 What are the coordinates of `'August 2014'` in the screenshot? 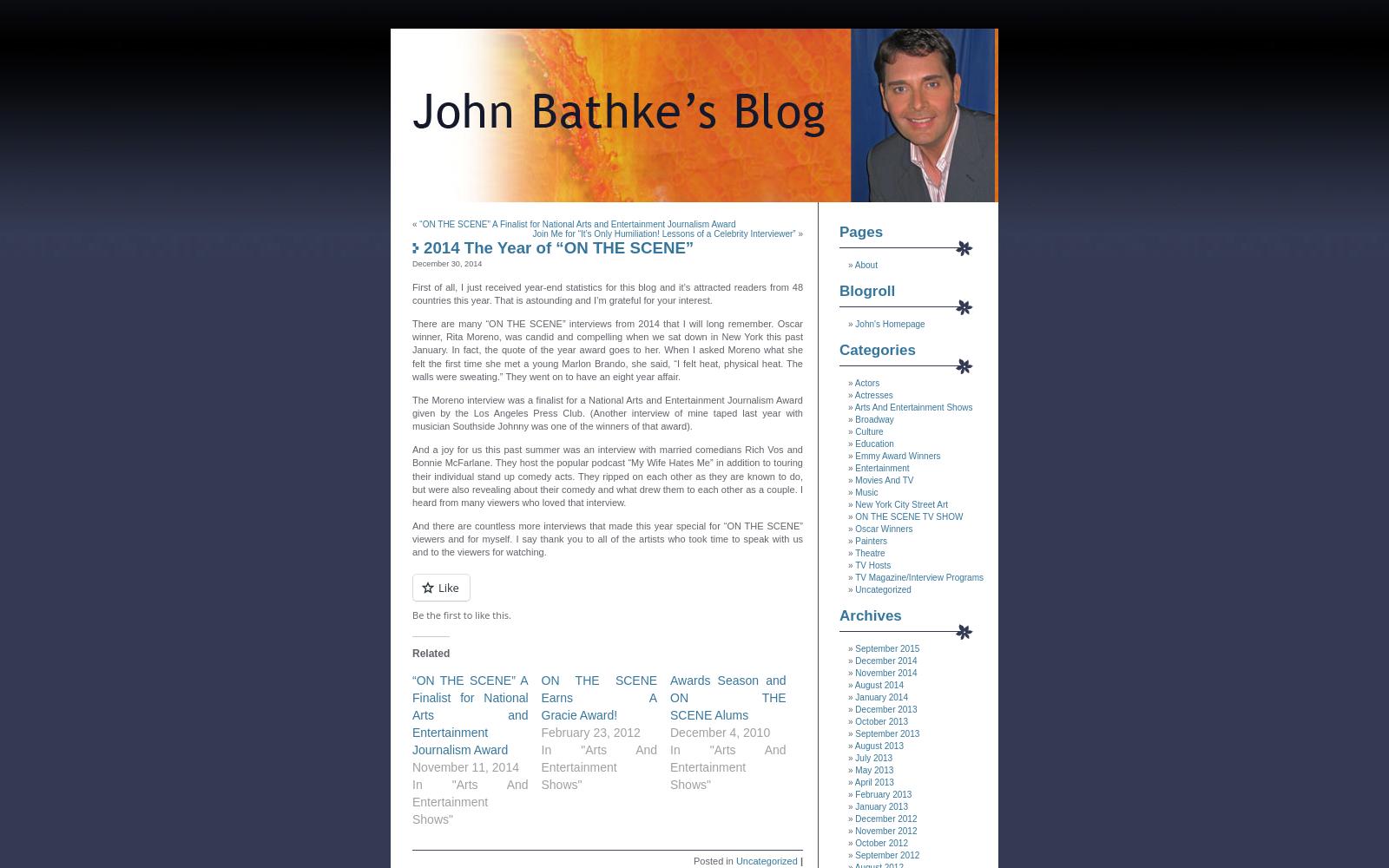 It's located at (853, 685).